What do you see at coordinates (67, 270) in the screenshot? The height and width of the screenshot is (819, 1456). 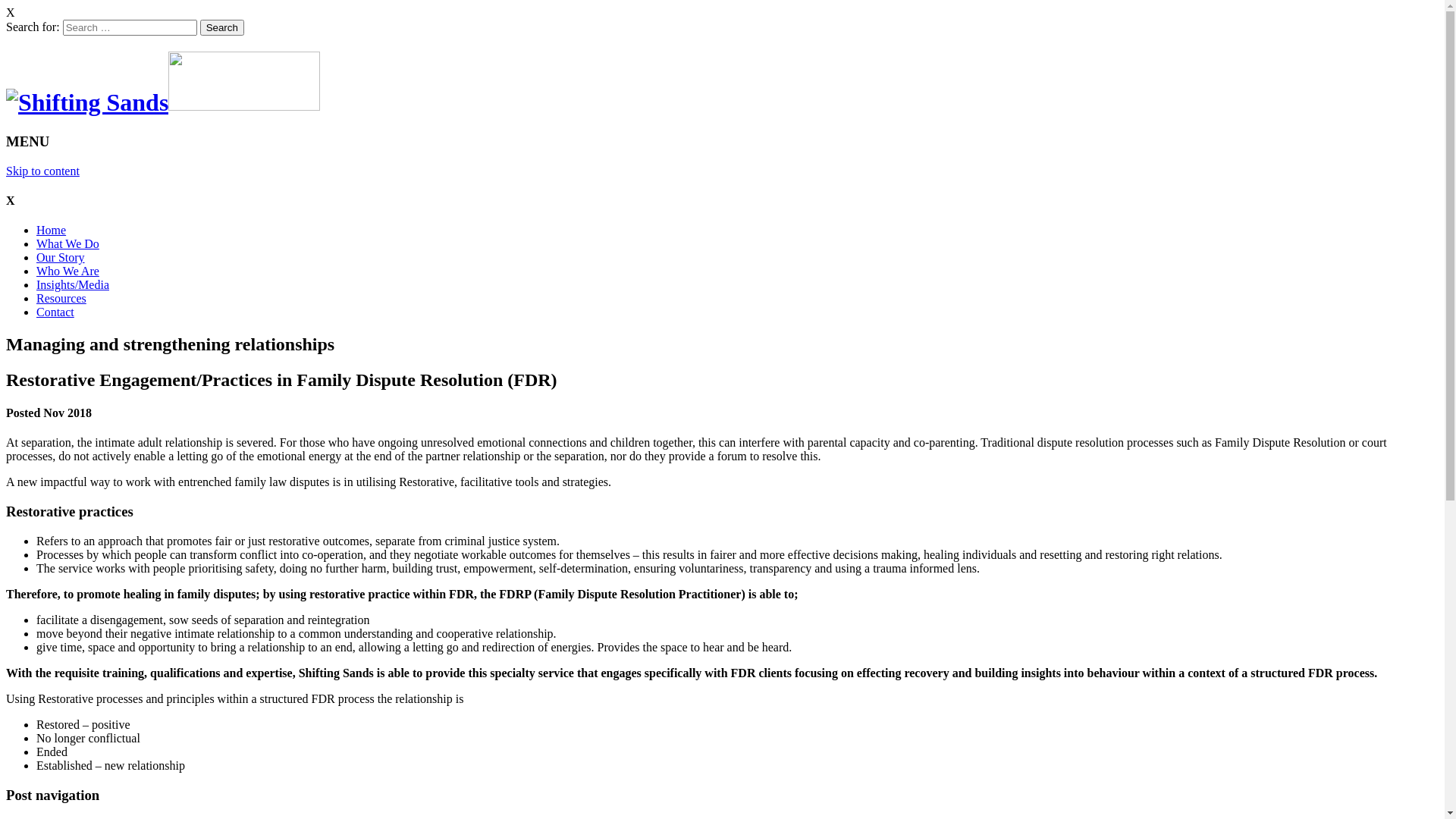 I see `'Who We Are'` at bounding box center [67, 270].